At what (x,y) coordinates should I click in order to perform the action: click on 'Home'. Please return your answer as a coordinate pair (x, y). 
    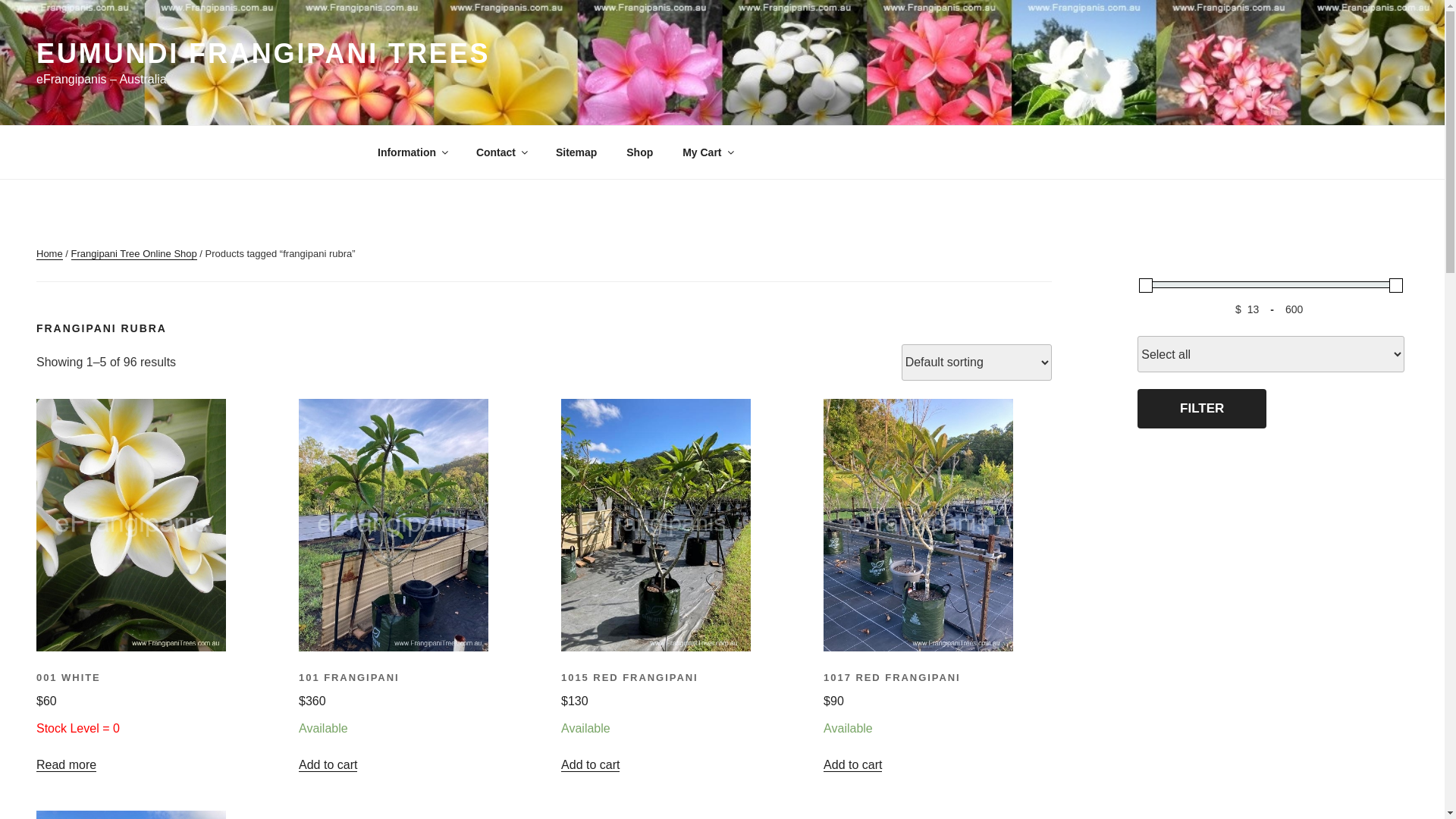
    Looking at the image, I should click on (49, 253).